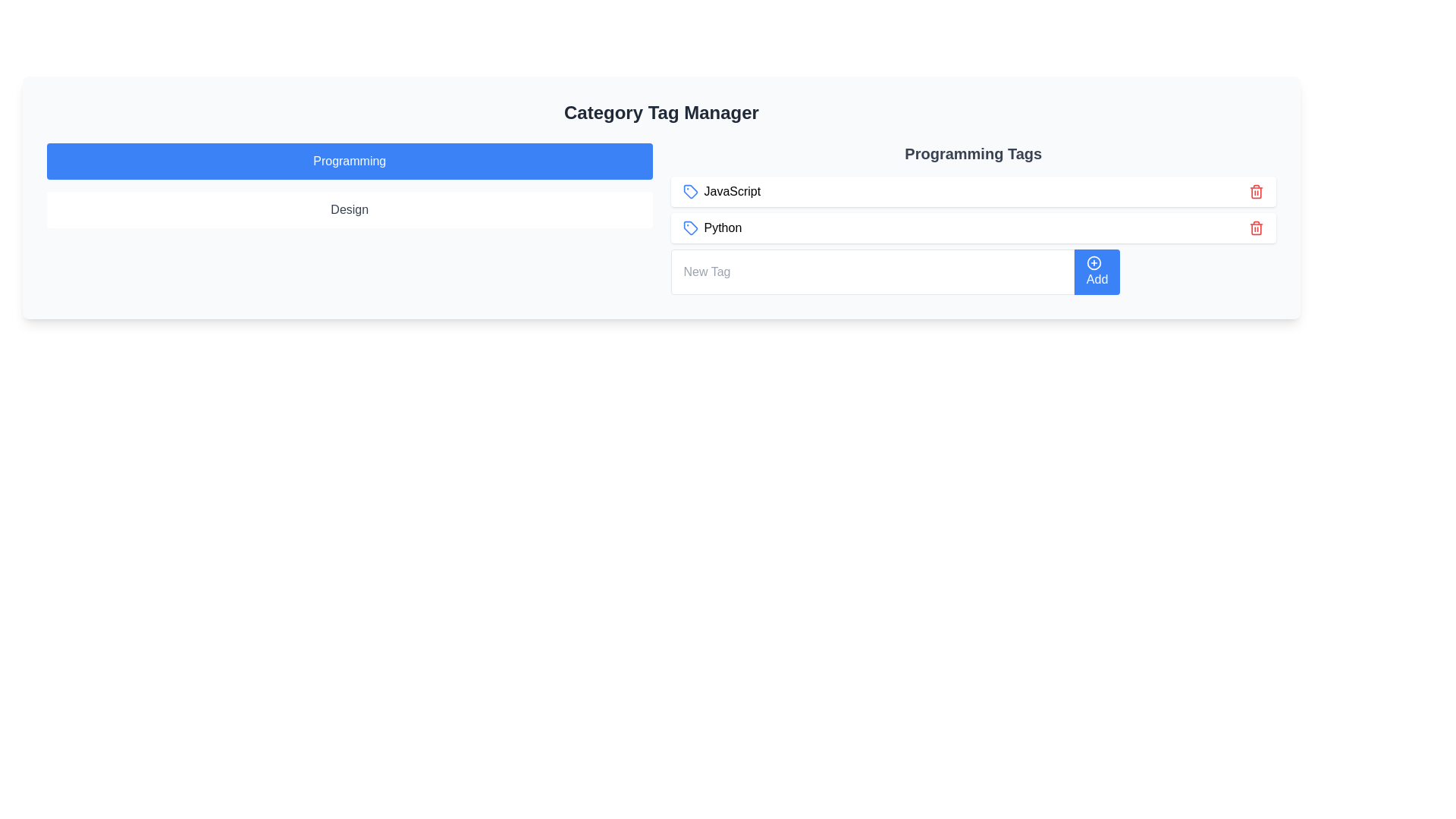 The height and width of the screenshot is (819, 1456). I want to click on the tag icon located to the left of the text 'Python', which visually represents a category label, so click(689, 227).